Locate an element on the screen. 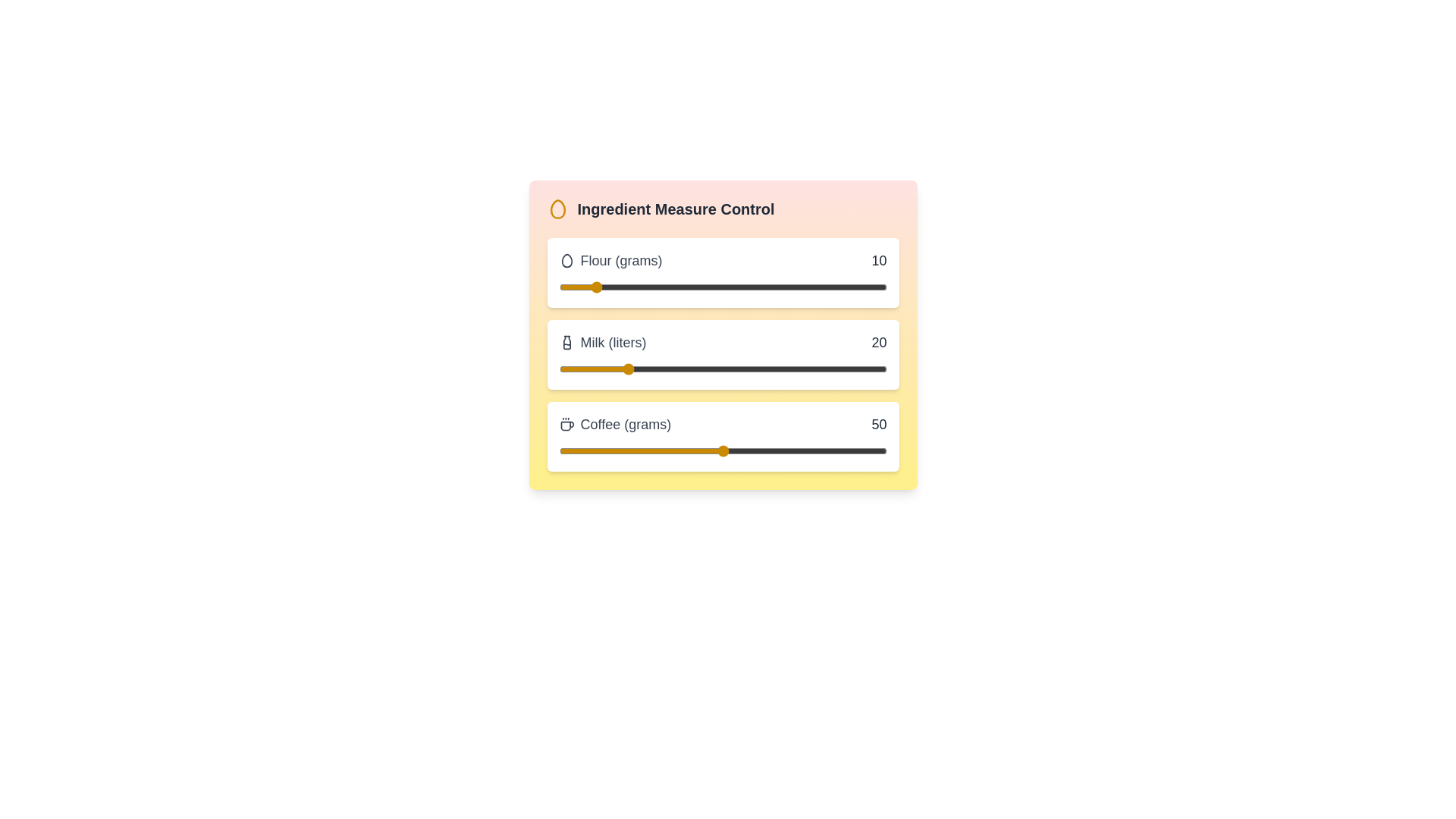 This screenshot has width=1456, height=819. the coffee amount is located at coordinates (568, 450).